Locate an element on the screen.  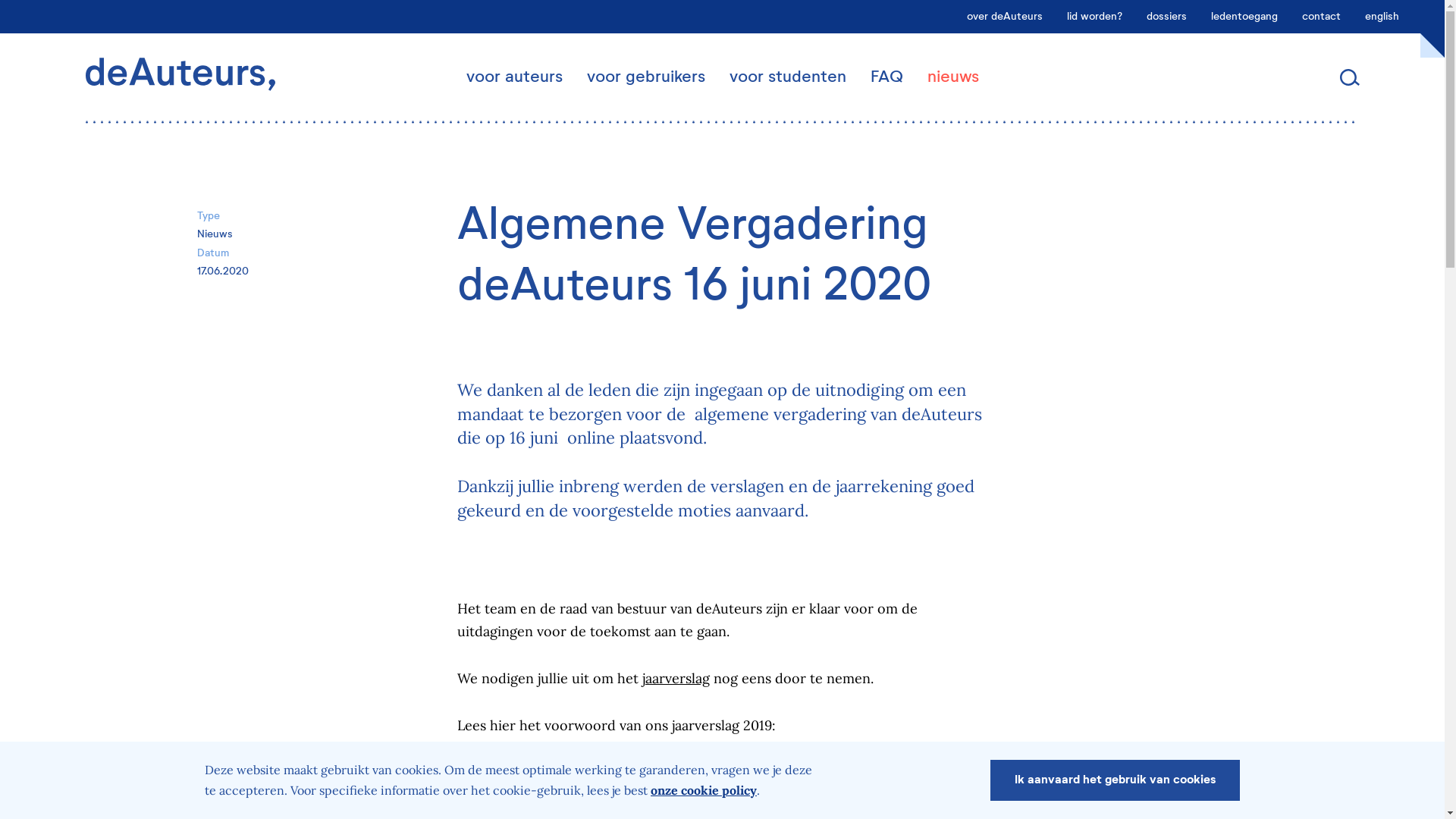
'Ik aanvaard het gebruik van cookies' is located at coordinates (1115, 780).